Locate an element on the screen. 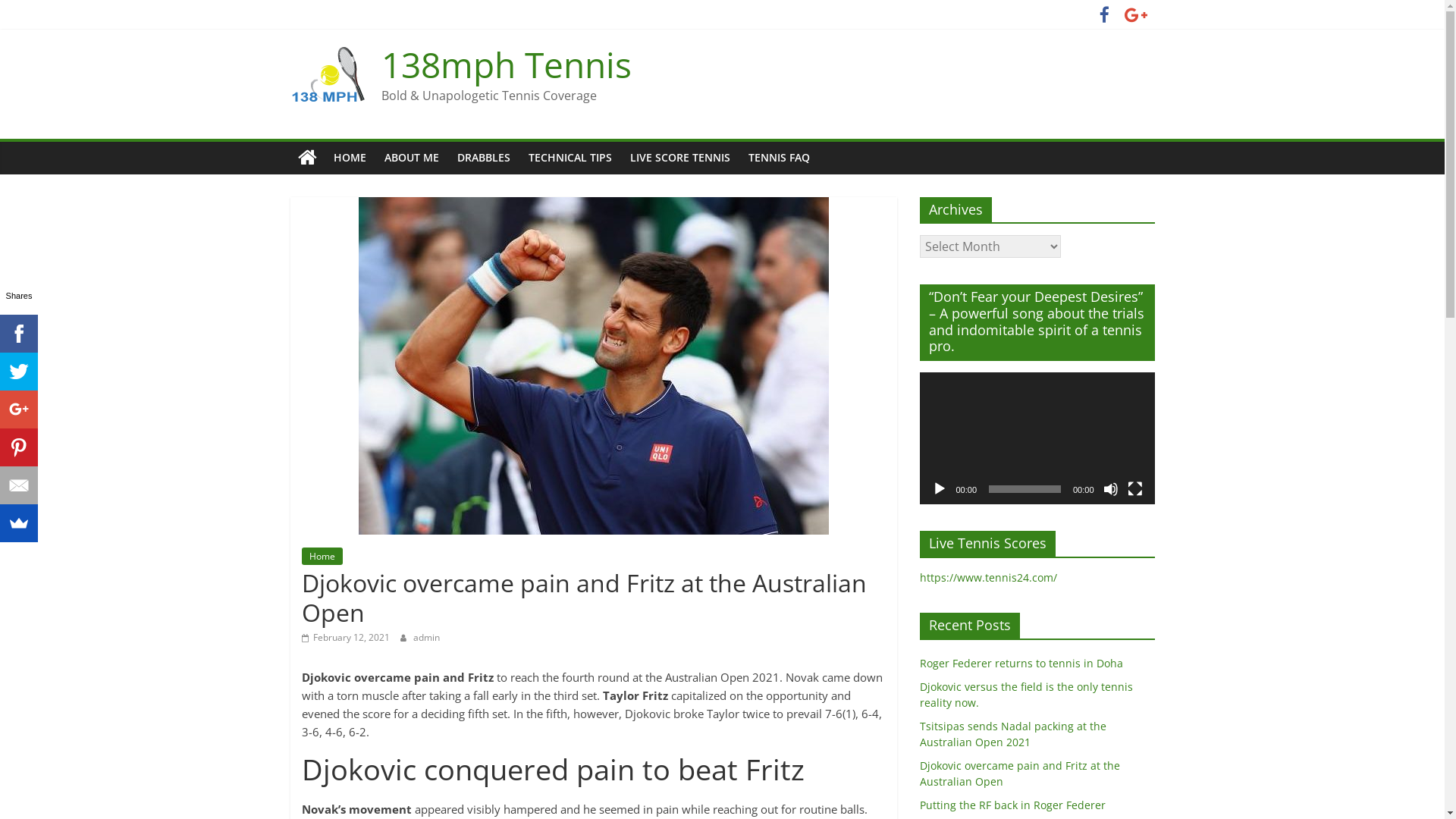 This screenshot has width=1456, height=819. '138mph Tennis' is located at coordinates (506, 63).